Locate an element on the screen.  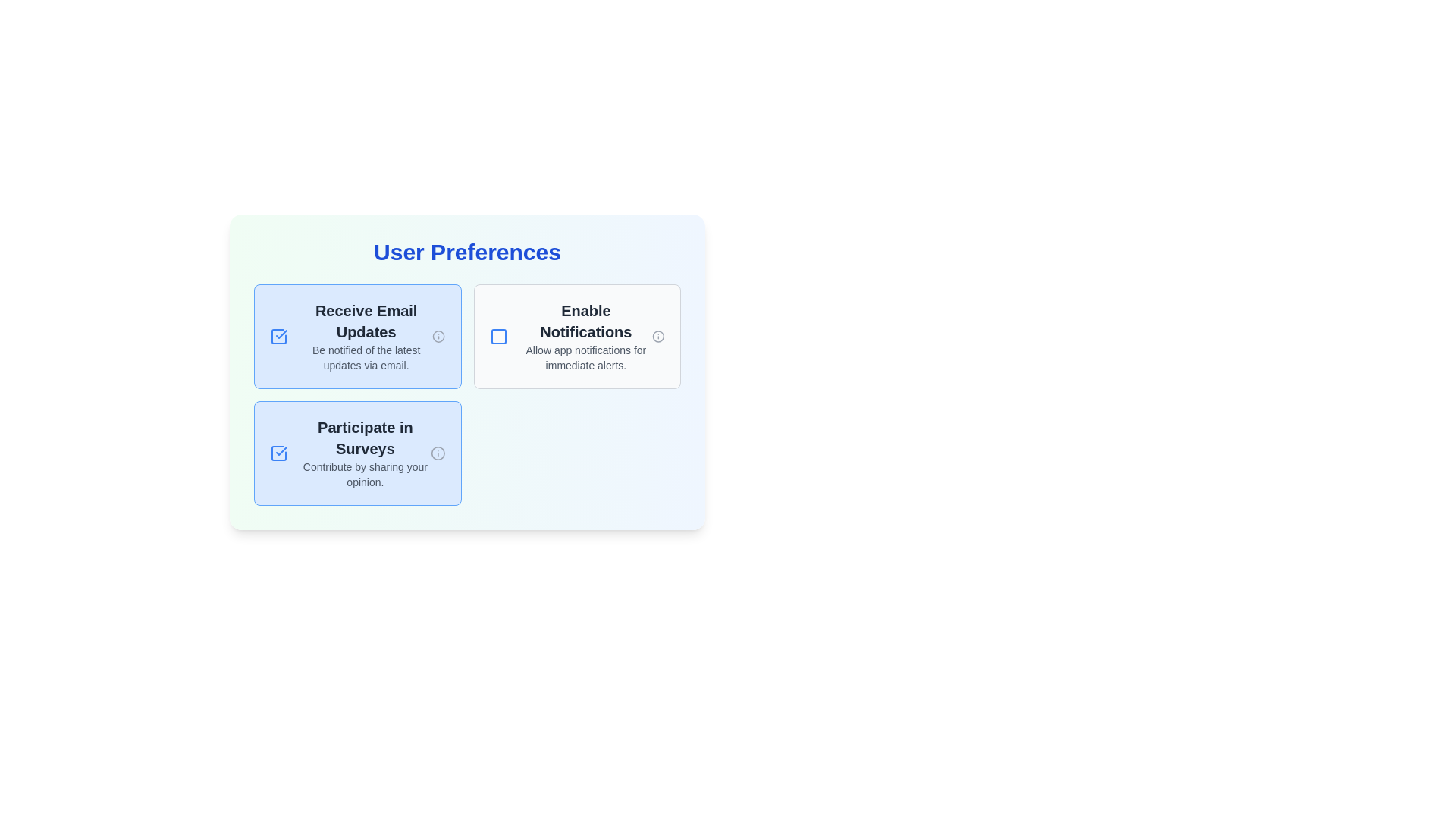
text label that serves as the title of the 'Enable Notifications' section, located centrally above the descriptive text within the card is located at coordinates (585, 321).